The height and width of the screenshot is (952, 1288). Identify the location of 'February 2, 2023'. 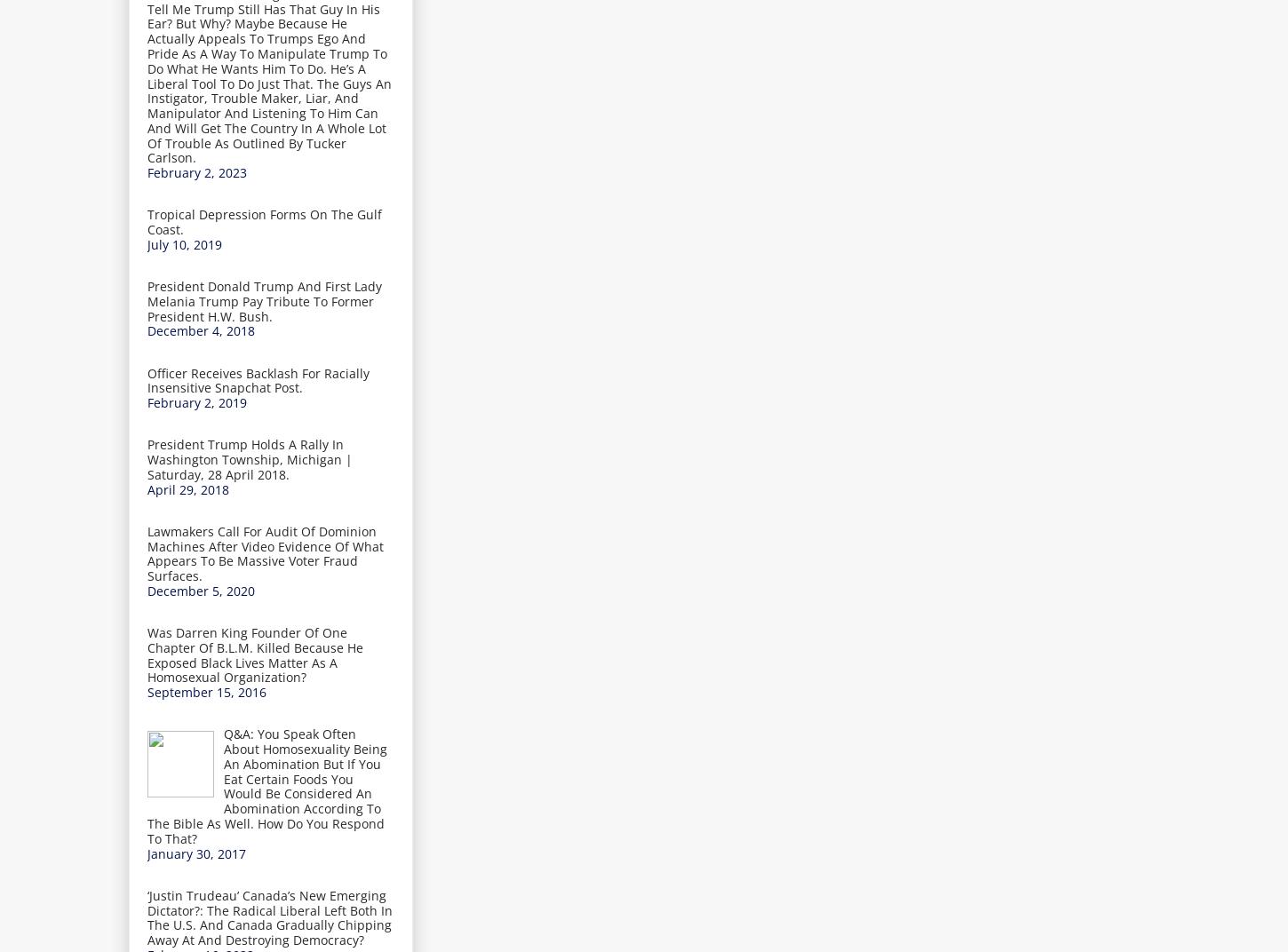
(147, 171).